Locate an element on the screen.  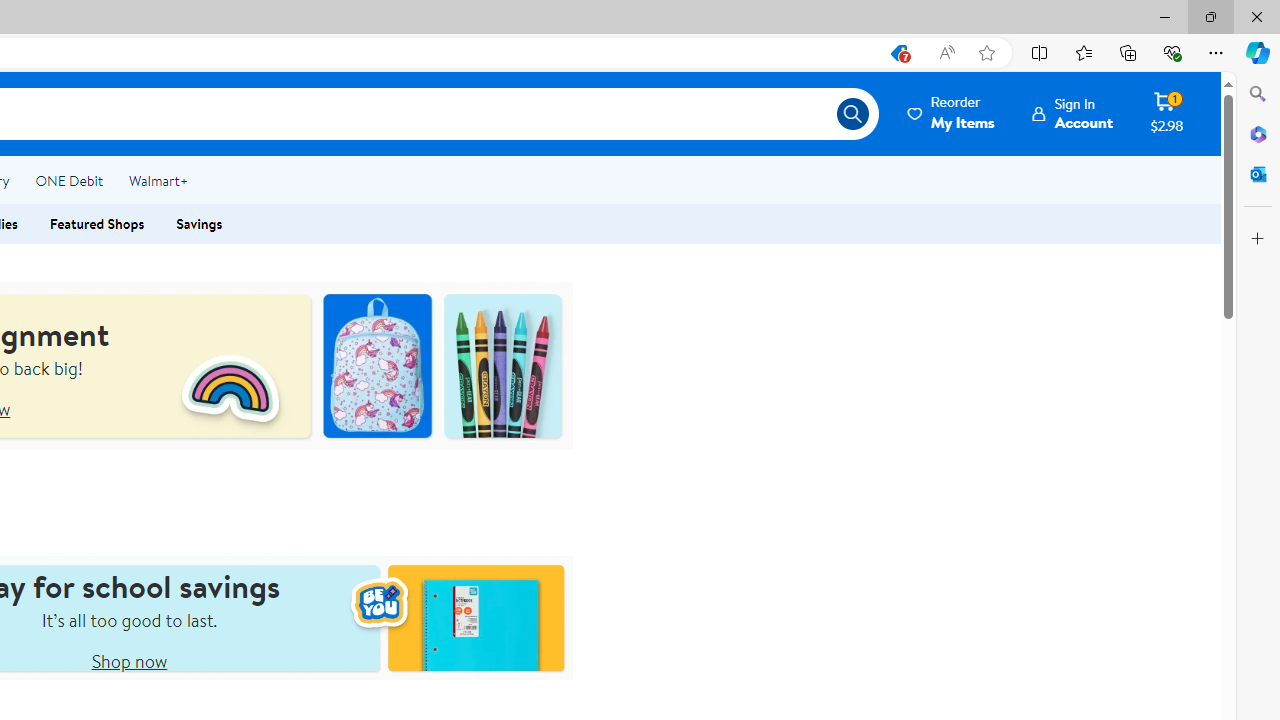
'Reorder My Items' is located at coordinates (951, 113).